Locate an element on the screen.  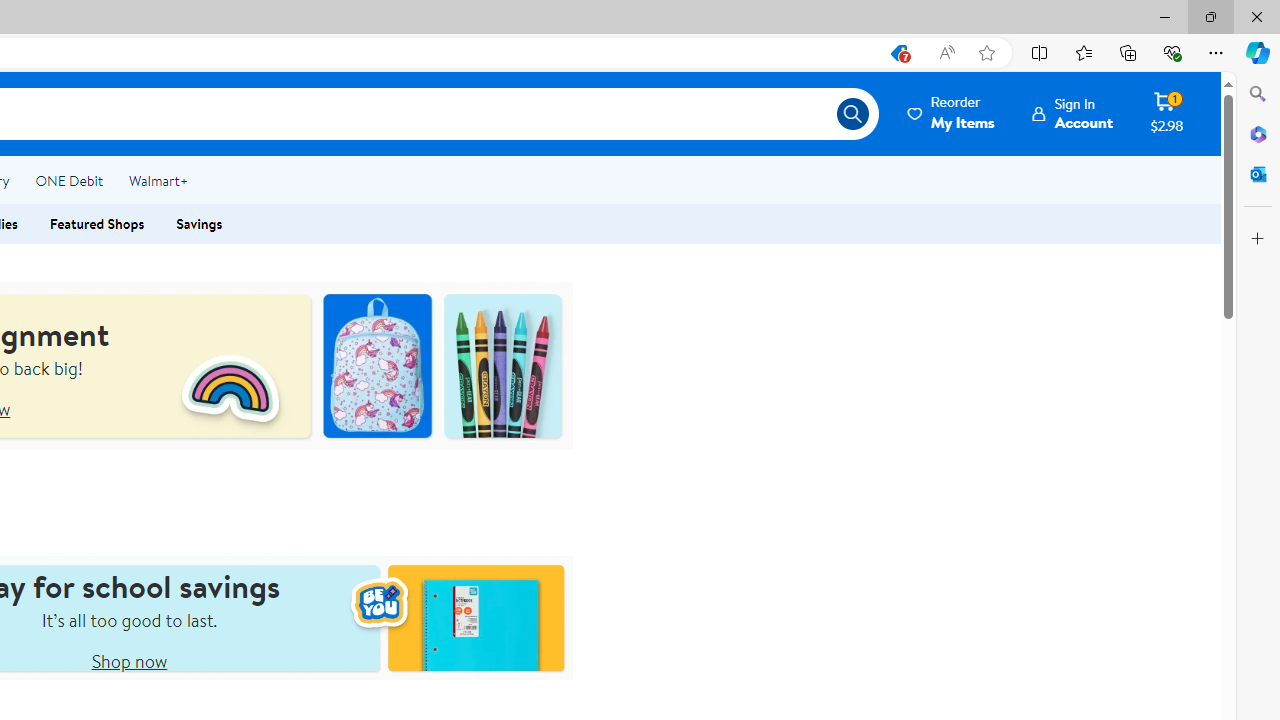
'Reorder My Items' is located at coordinates (951, 113).